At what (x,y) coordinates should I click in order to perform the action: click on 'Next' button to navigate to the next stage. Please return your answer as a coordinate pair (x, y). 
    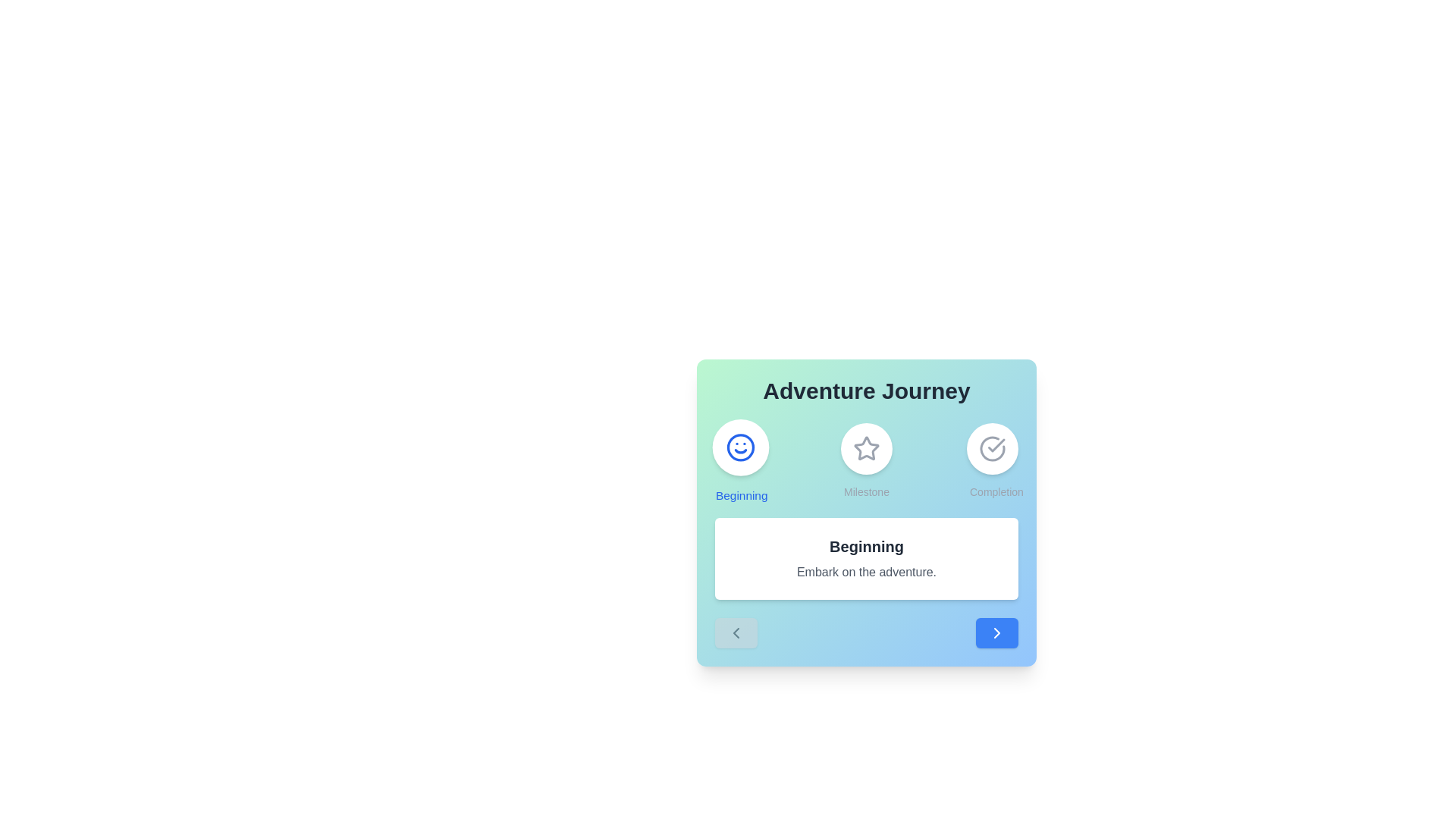
    Looking at the image, I should click on (997, 632).